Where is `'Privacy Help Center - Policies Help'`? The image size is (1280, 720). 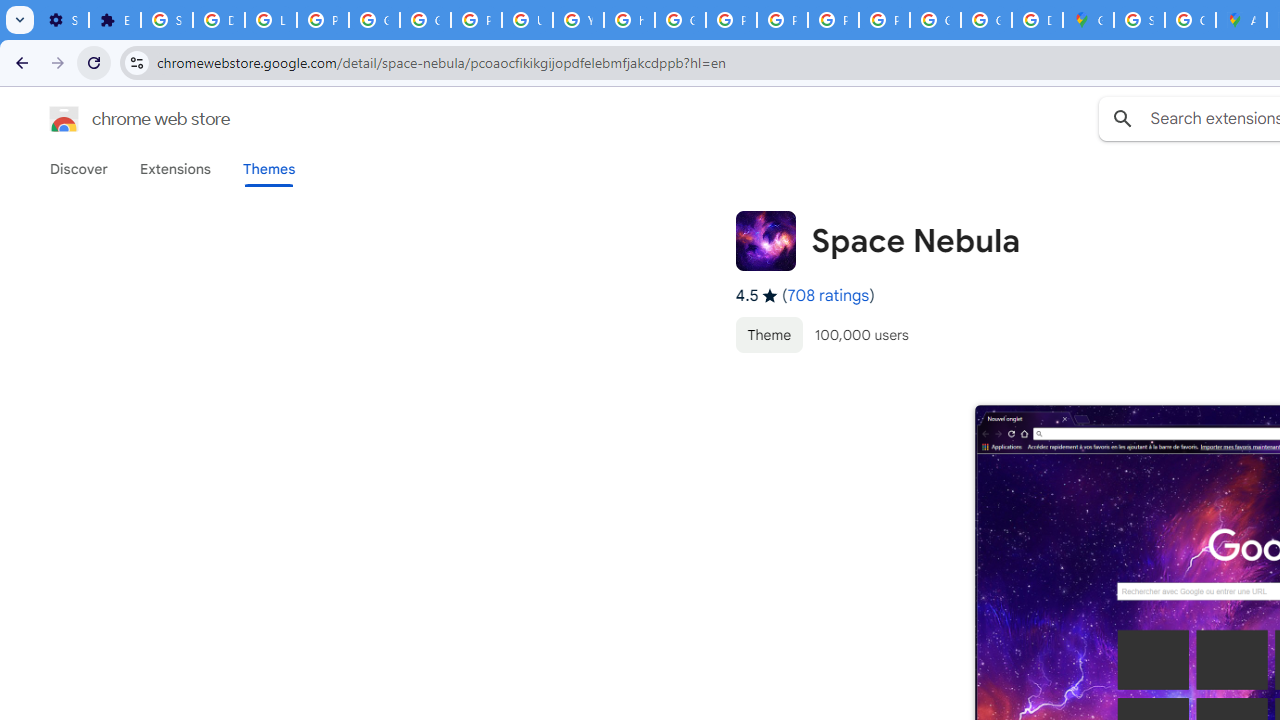 'Privacy Help Center - Policies Help' is located at coordinates (730, 20).